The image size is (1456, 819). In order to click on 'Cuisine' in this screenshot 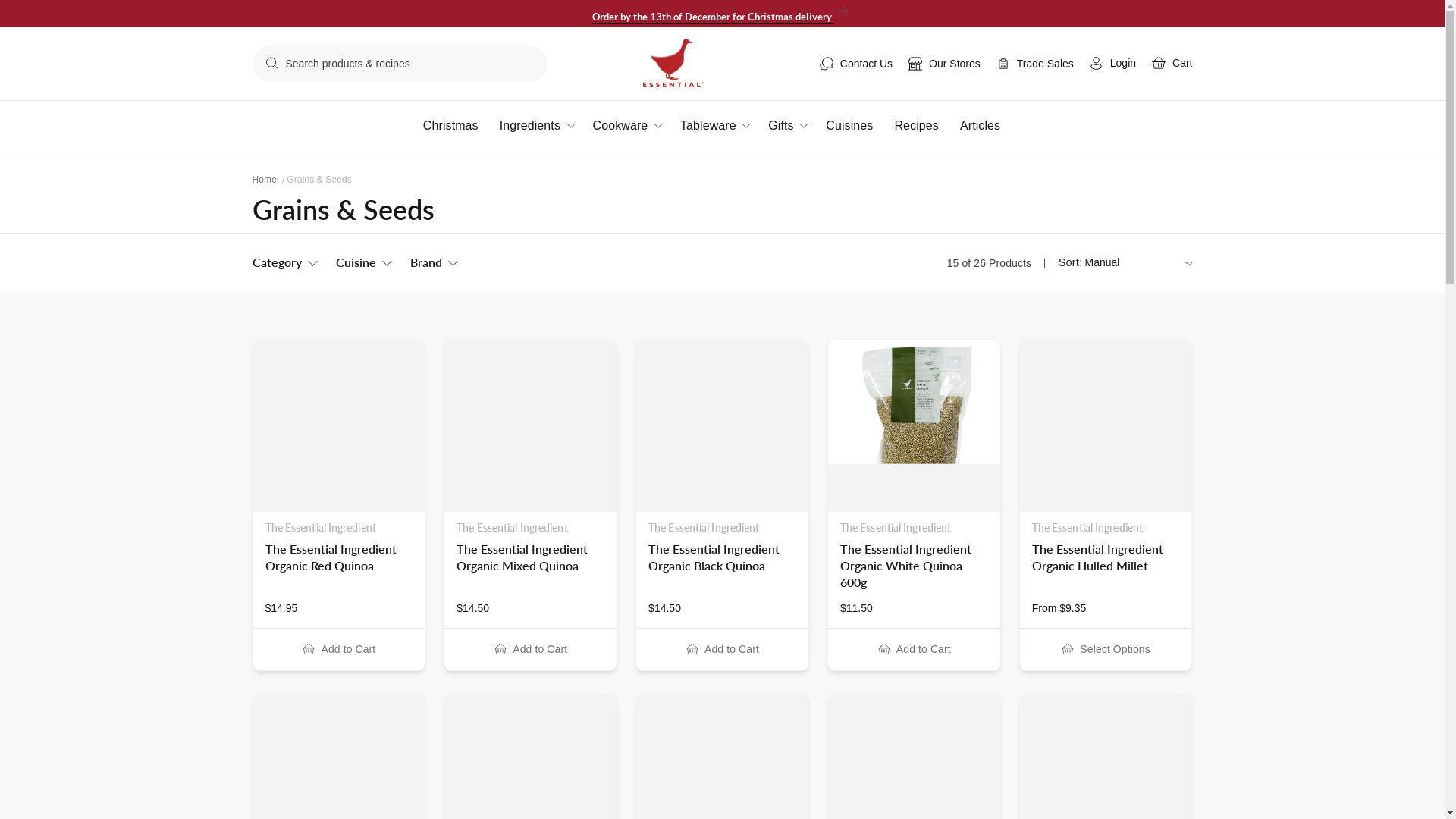, I will do `click(362, 262)`.